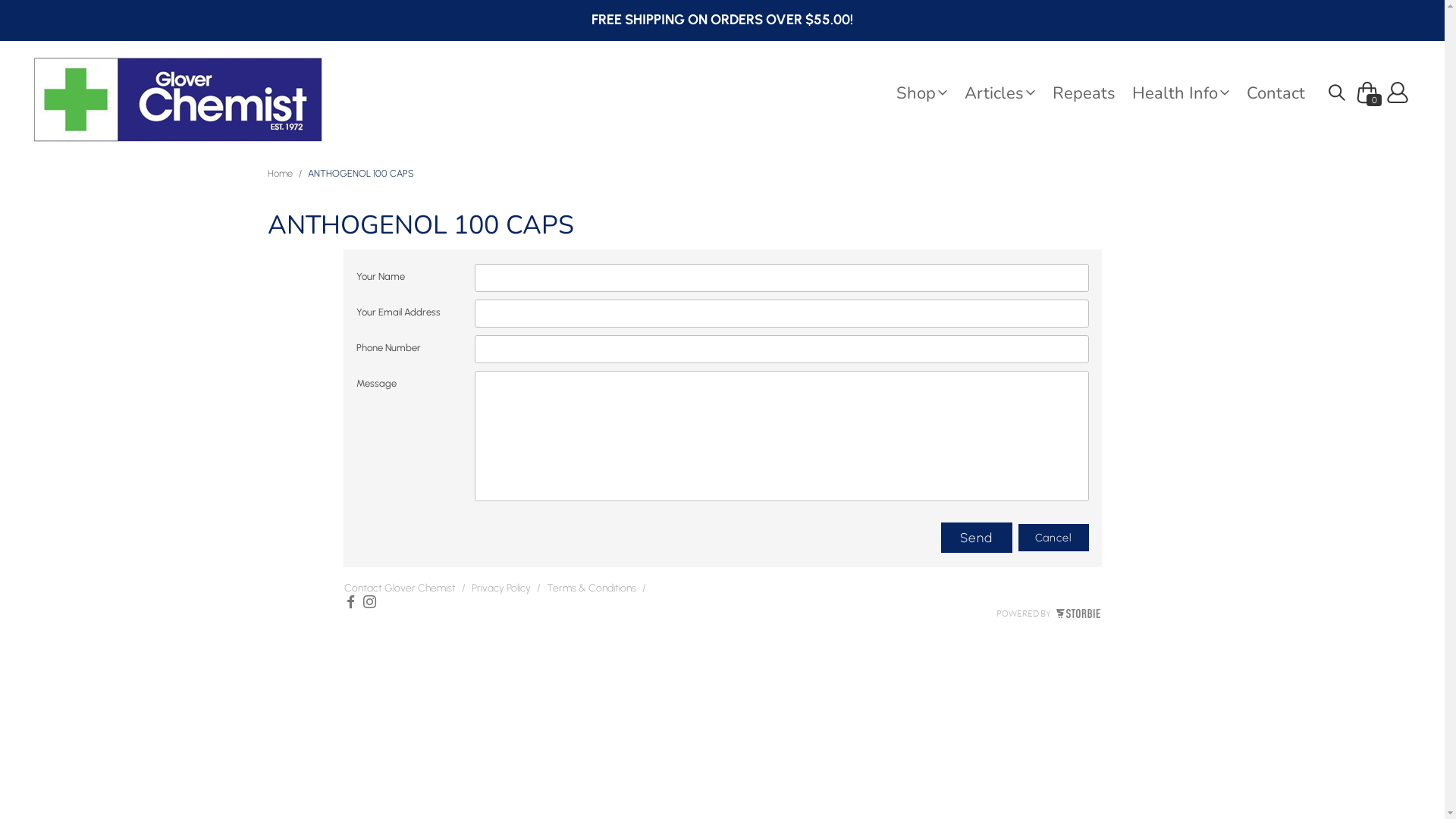  What do you see at coordinates (1053, 537) in the screenshot?
I see `'Cancel'` at bounding box center [1053, 537].